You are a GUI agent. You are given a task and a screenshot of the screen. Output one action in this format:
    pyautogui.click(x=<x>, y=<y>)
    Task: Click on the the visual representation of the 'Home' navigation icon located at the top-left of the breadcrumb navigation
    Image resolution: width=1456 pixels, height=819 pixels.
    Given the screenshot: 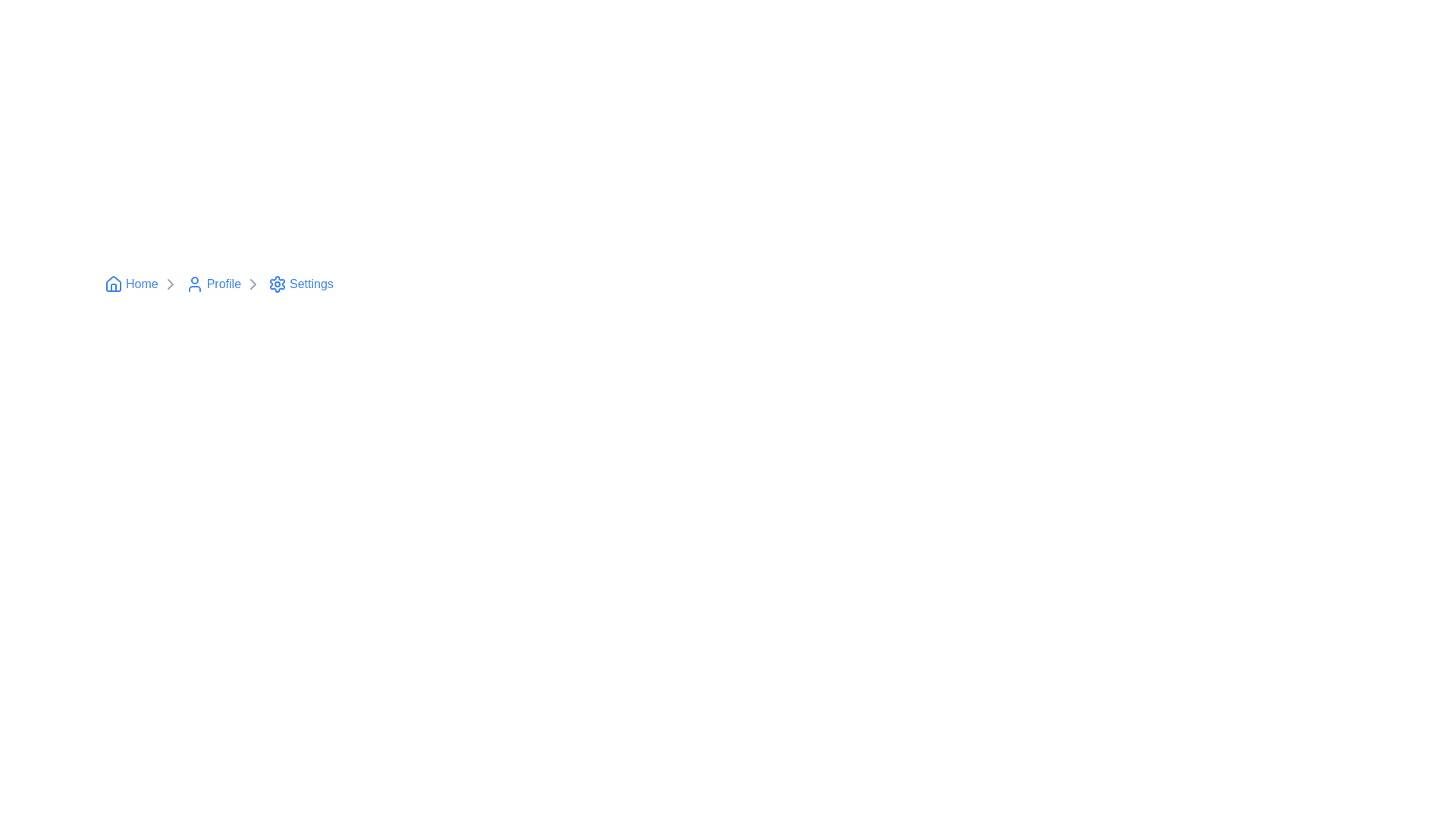 What is the action you would take?
    pyautogui.click(x=112, y=284)
    